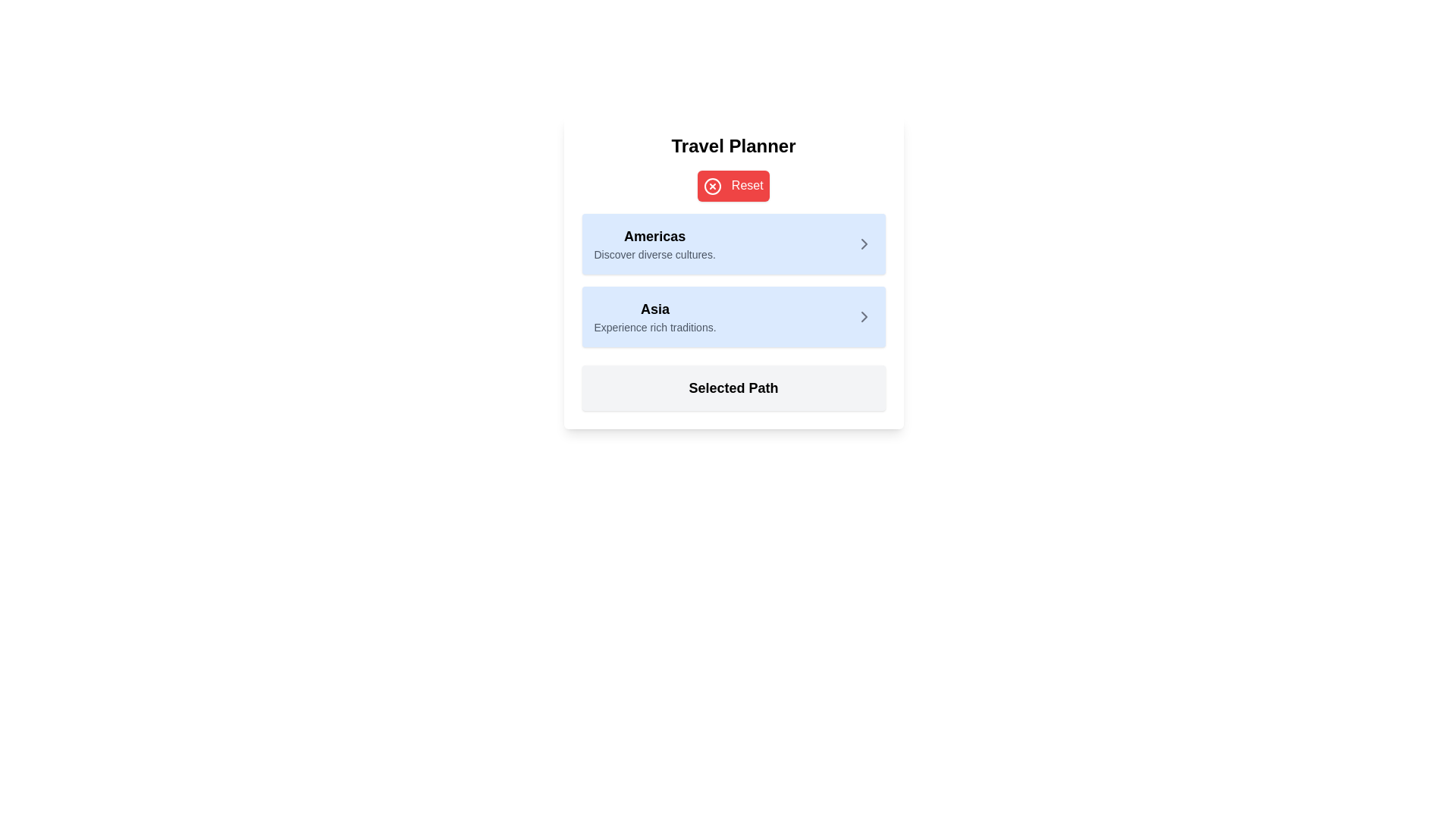 The height and width of the screenshot is (819, 1456). I want to click on the chevron icon located at the rightmost section of the 'Americas' card, so click(864, 243).